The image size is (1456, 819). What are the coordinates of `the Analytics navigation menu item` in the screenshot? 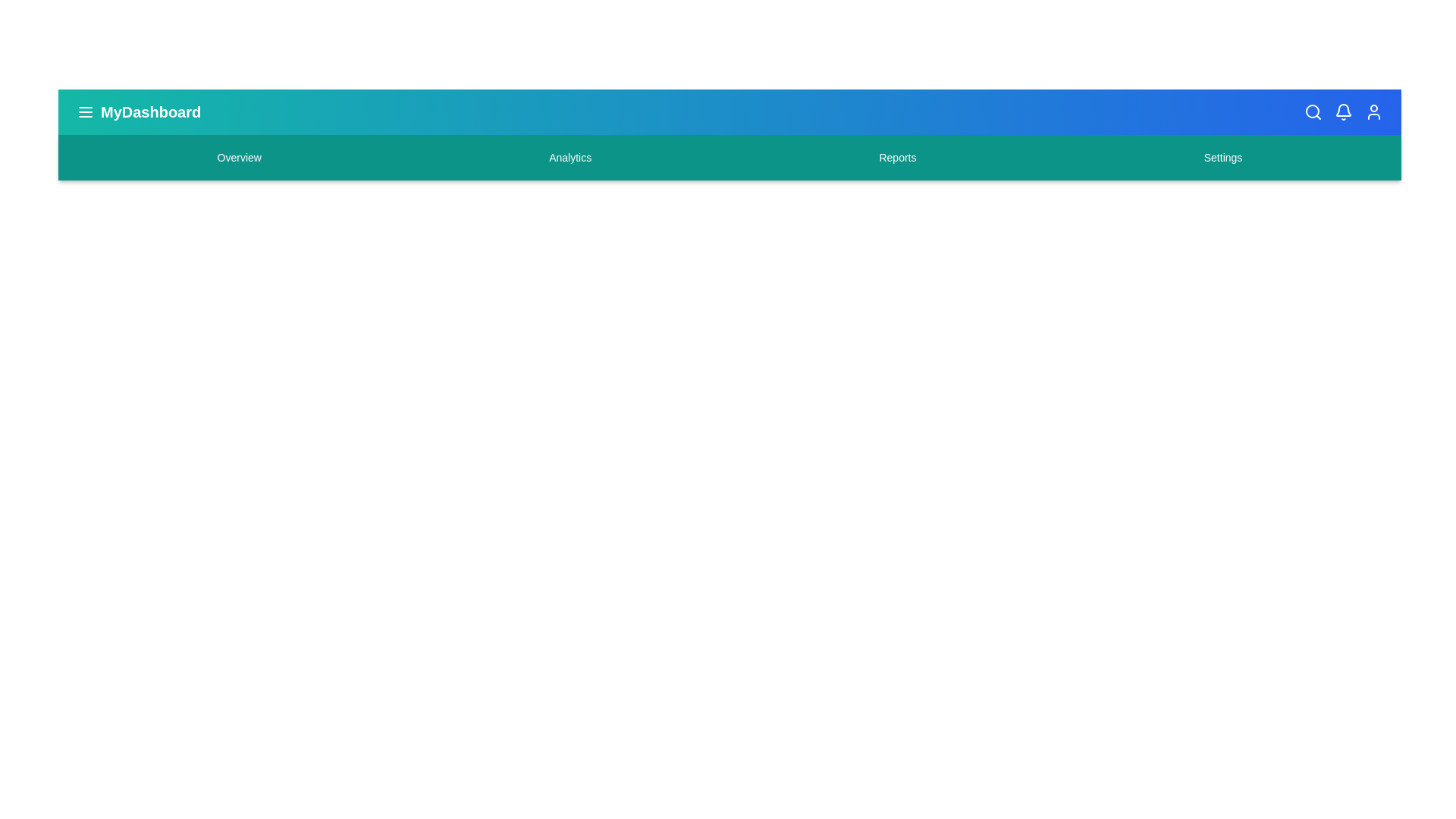 It's located at (570, 158).